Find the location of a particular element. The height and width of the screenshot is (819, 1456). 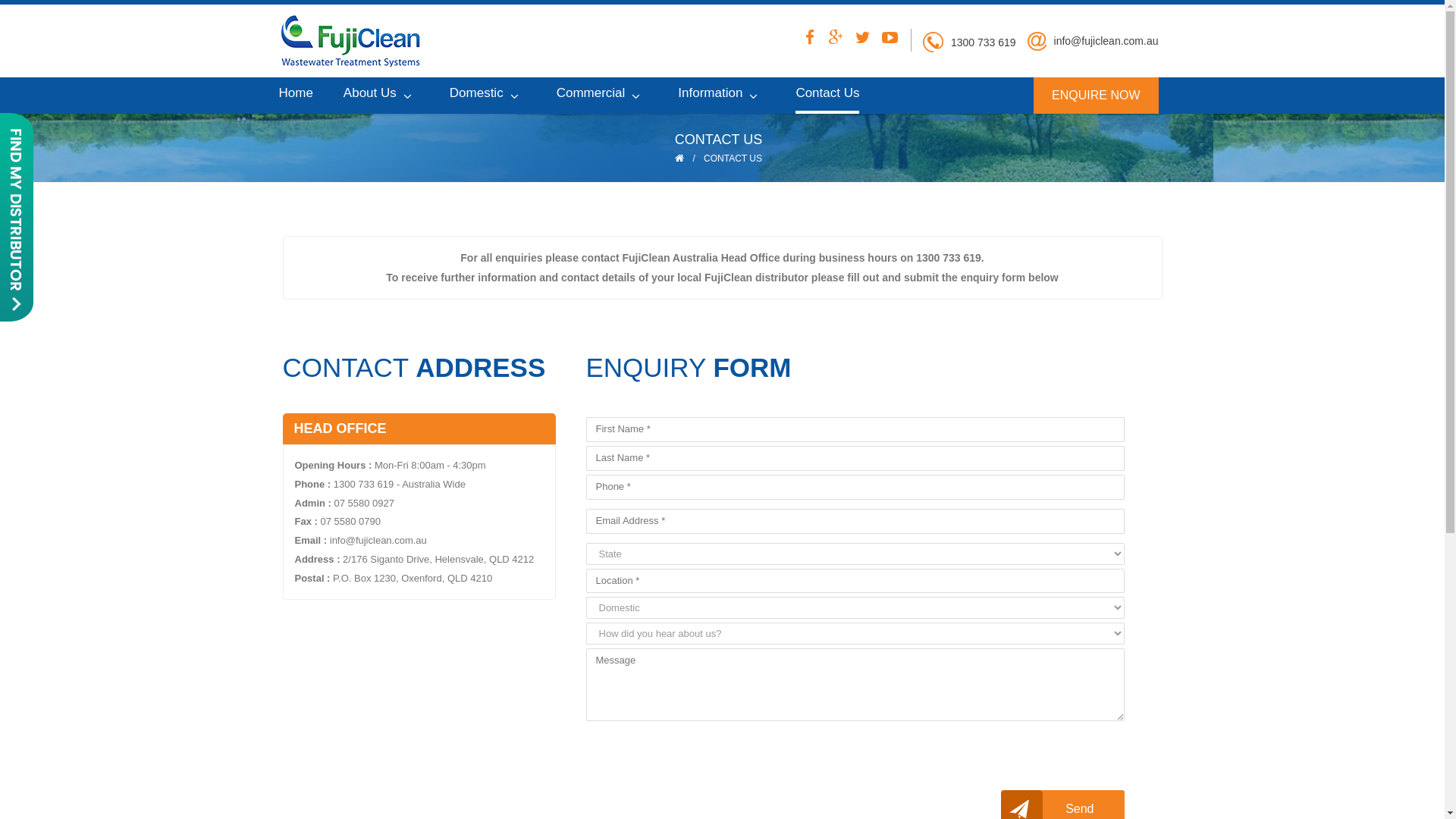

'Google+' is located at coordinates (822, 39).